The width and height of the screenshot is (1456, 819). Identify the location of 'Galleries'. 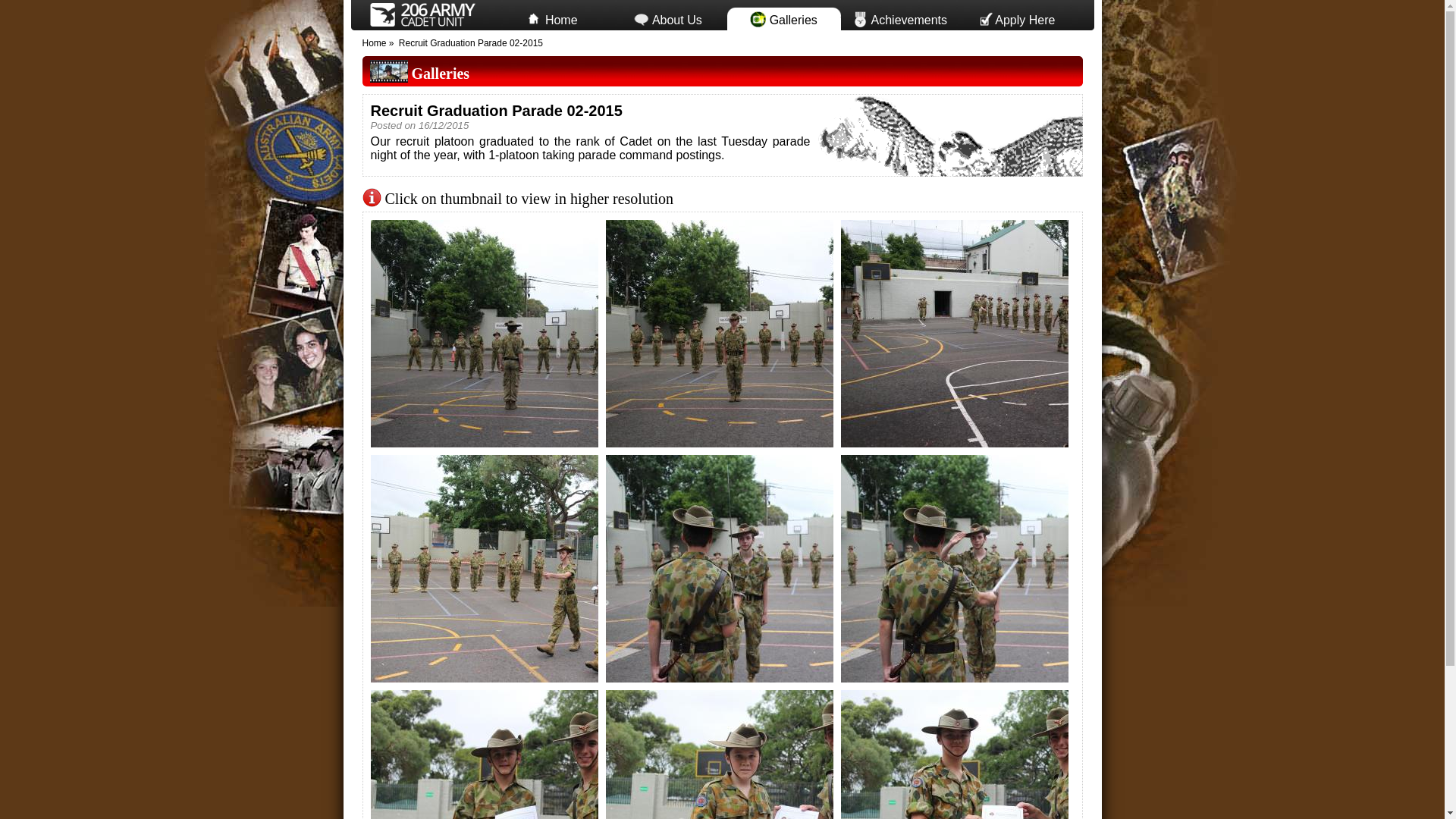
(439, 73).